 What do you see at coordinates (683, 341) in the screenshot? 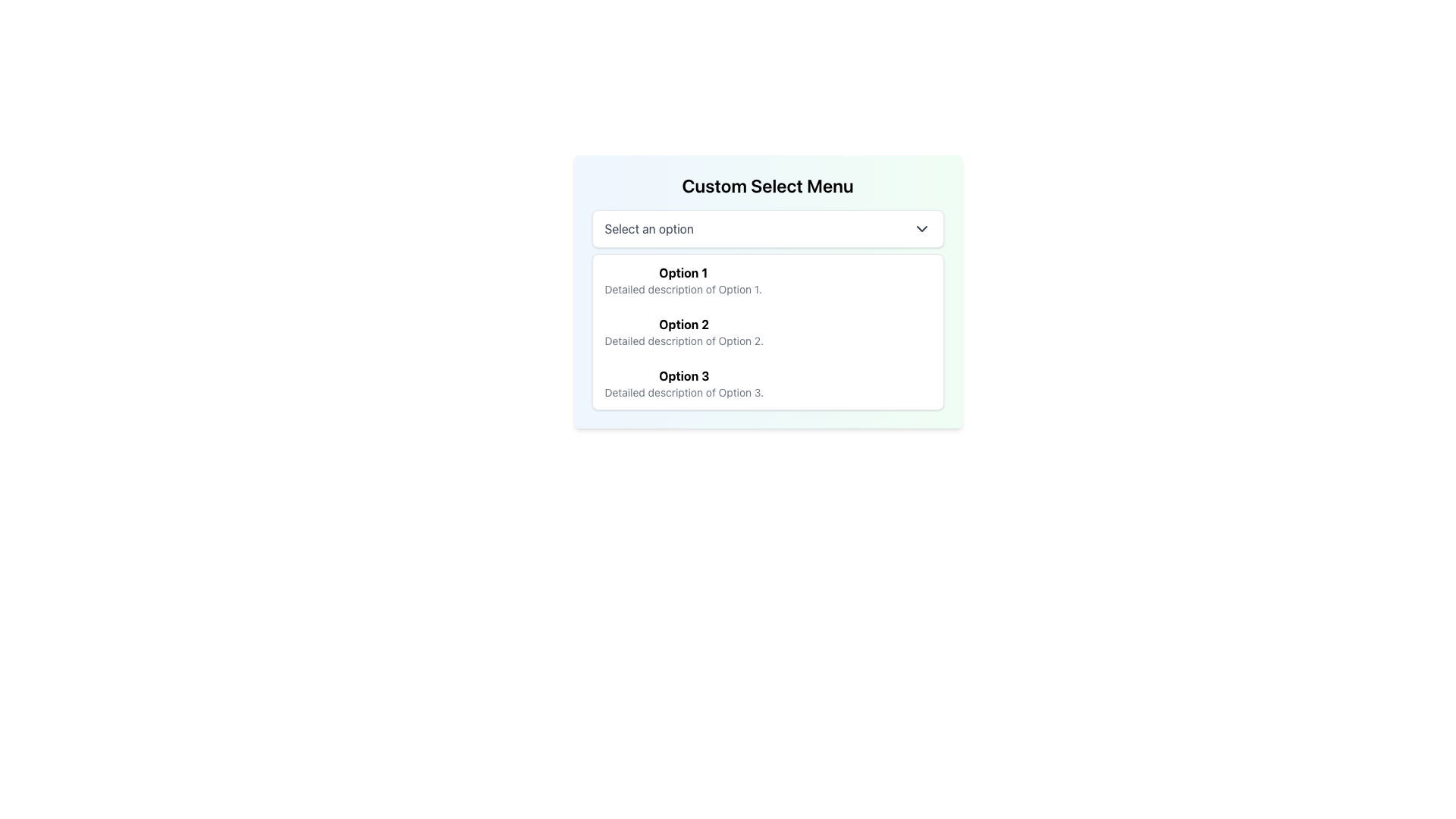
I see `the descriptive text label located below the 'Option 2' heading in the dropdown menu, which provides additional information about this option` at bounding box center [683, 341].